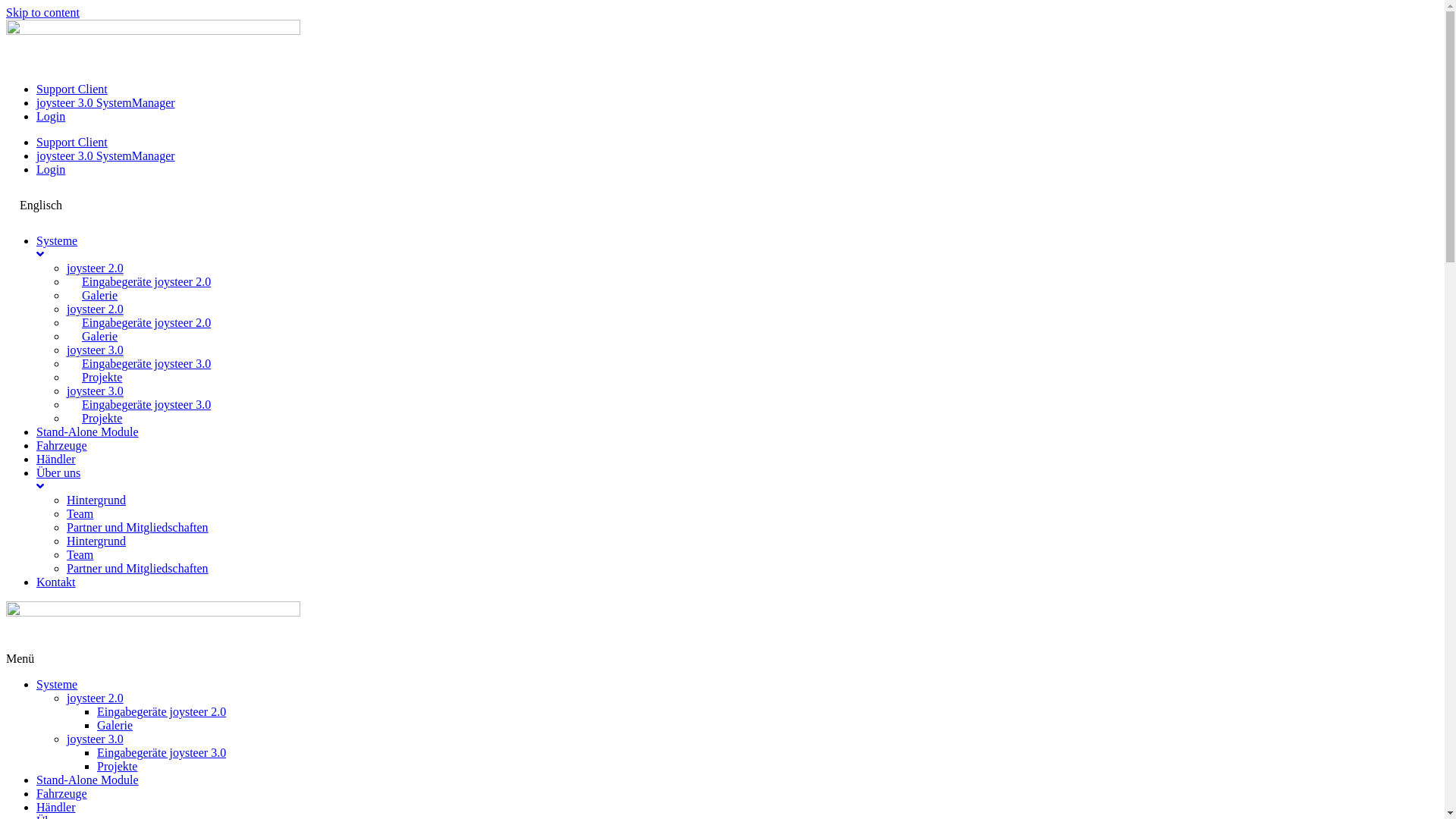 The image size is (1456, 819). I want to click on 'Fahrzeuge', so click(61, 792).